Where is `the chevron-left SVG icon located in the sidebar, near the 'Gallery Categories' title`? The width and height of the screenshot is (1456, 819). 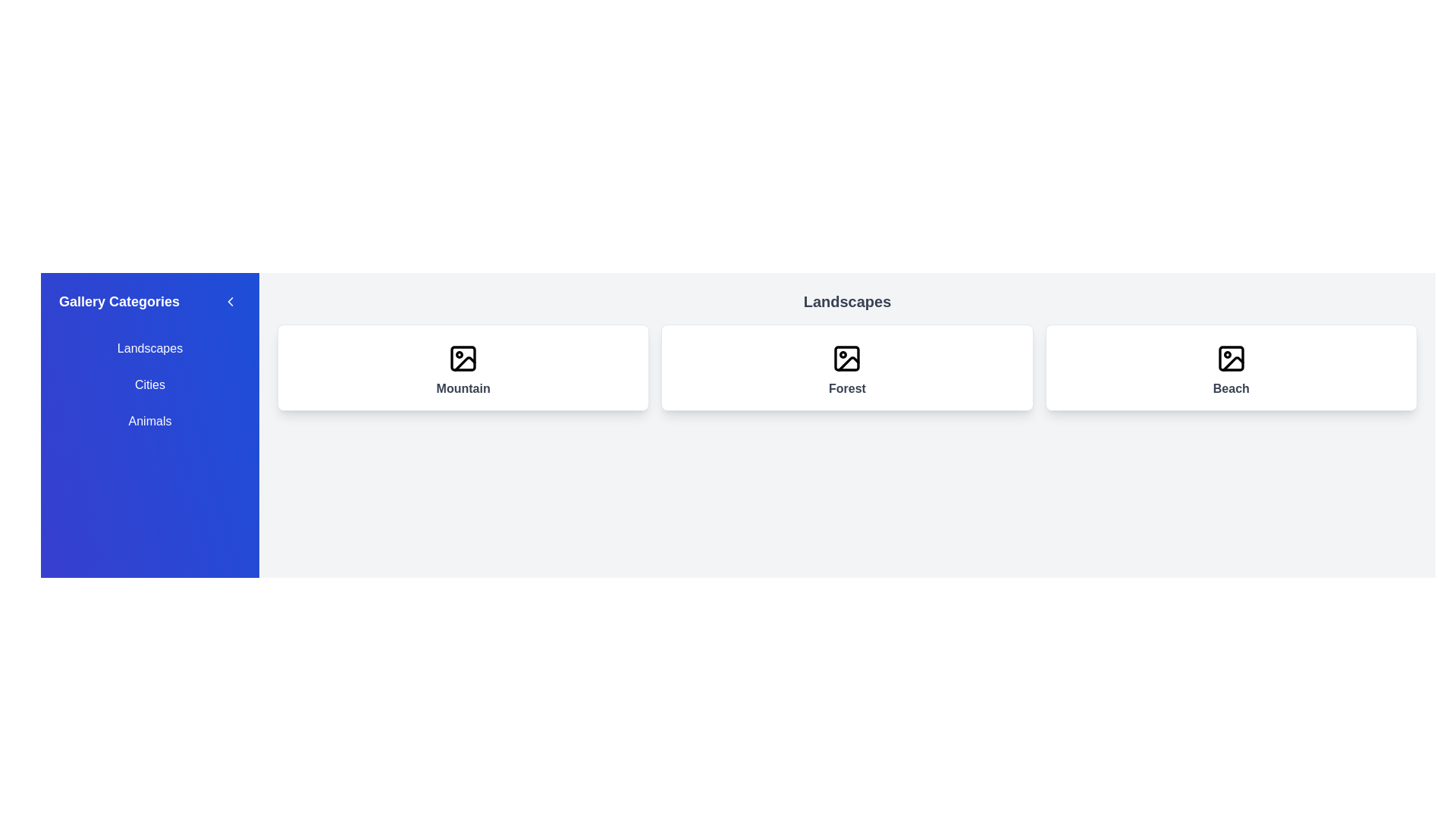
the chevron-left SVG icon located in the sidebar, near the 'Gallery Categories' title is located at coordinates (229, 301).